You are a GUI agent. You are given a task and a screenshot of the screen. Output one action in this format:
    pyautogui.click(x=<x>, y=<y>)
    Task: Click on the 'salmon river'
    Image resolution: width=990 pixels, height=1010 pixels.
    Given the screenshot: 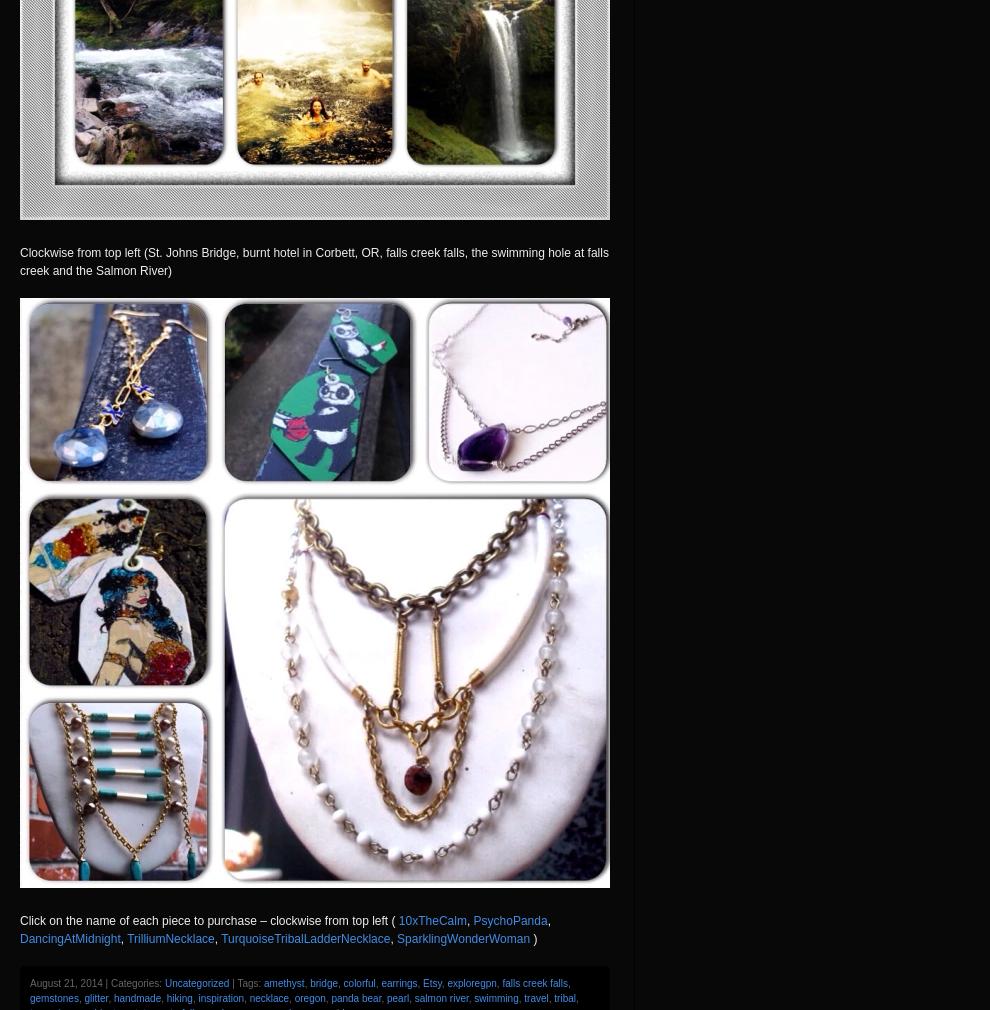 What is the action you would take?
    pyautogui.click(x=440, y=997)
    